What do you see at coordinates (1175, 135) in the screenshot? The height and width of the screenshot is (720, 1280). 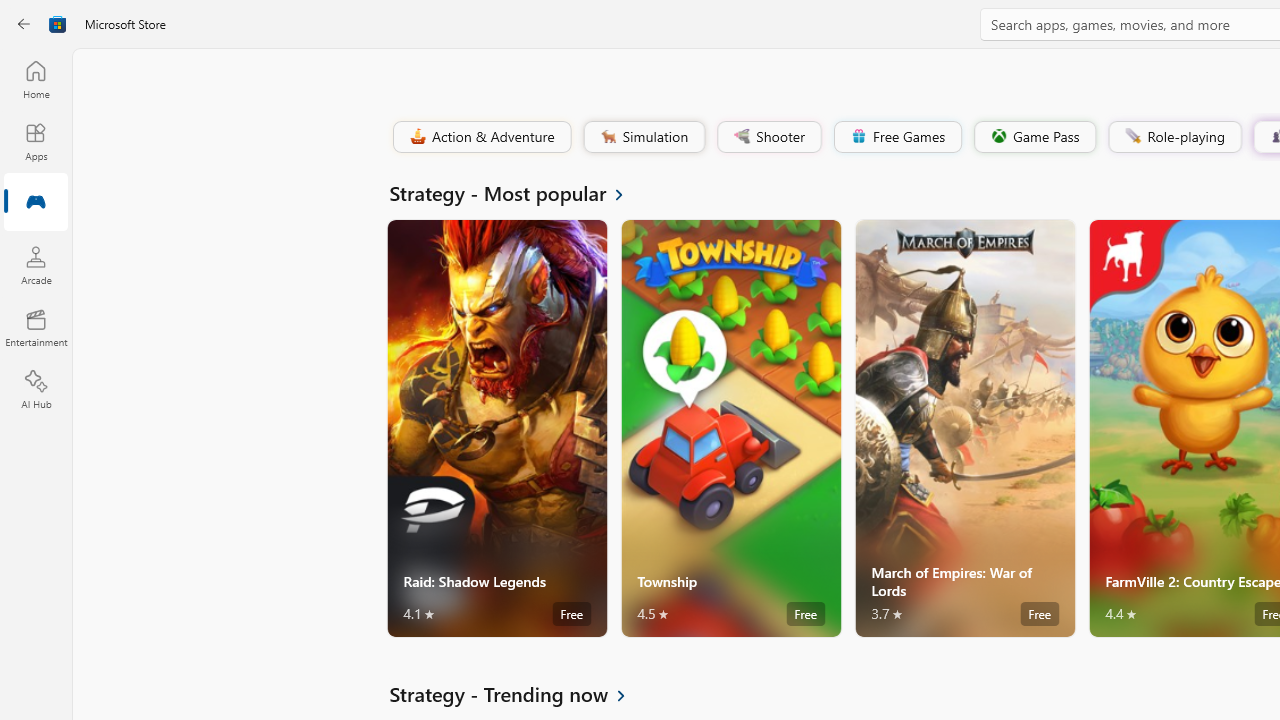 I see `'Role-playing'` at bounding box center [1175, 135].